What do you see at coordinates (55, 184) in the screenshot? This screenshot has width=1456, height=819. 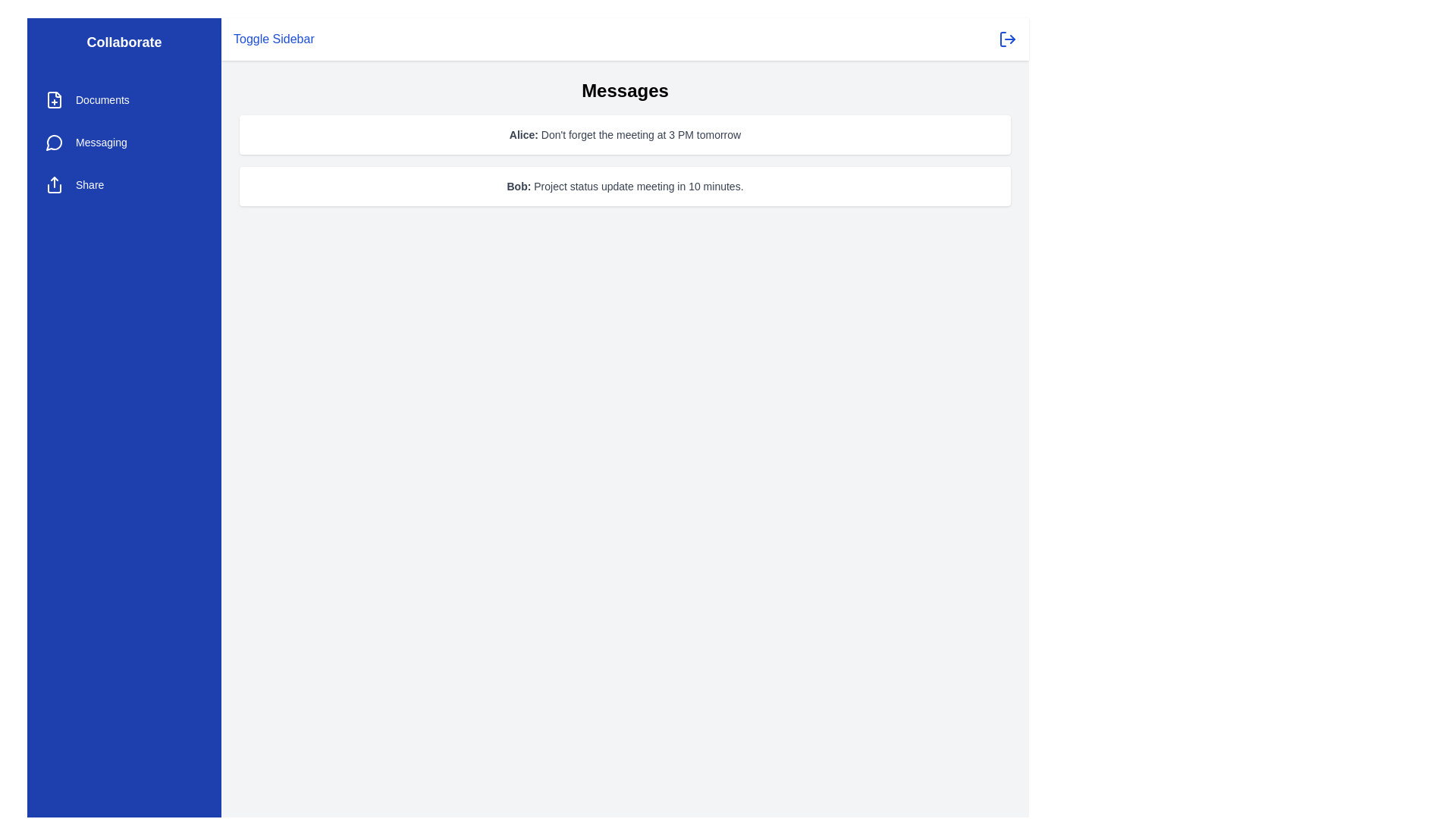 I see `the share icon located to the left of the 'Share' text in the sidebar, which is the third item below 'Documents' and 'Messaging'` at bounding box center [55, 184].